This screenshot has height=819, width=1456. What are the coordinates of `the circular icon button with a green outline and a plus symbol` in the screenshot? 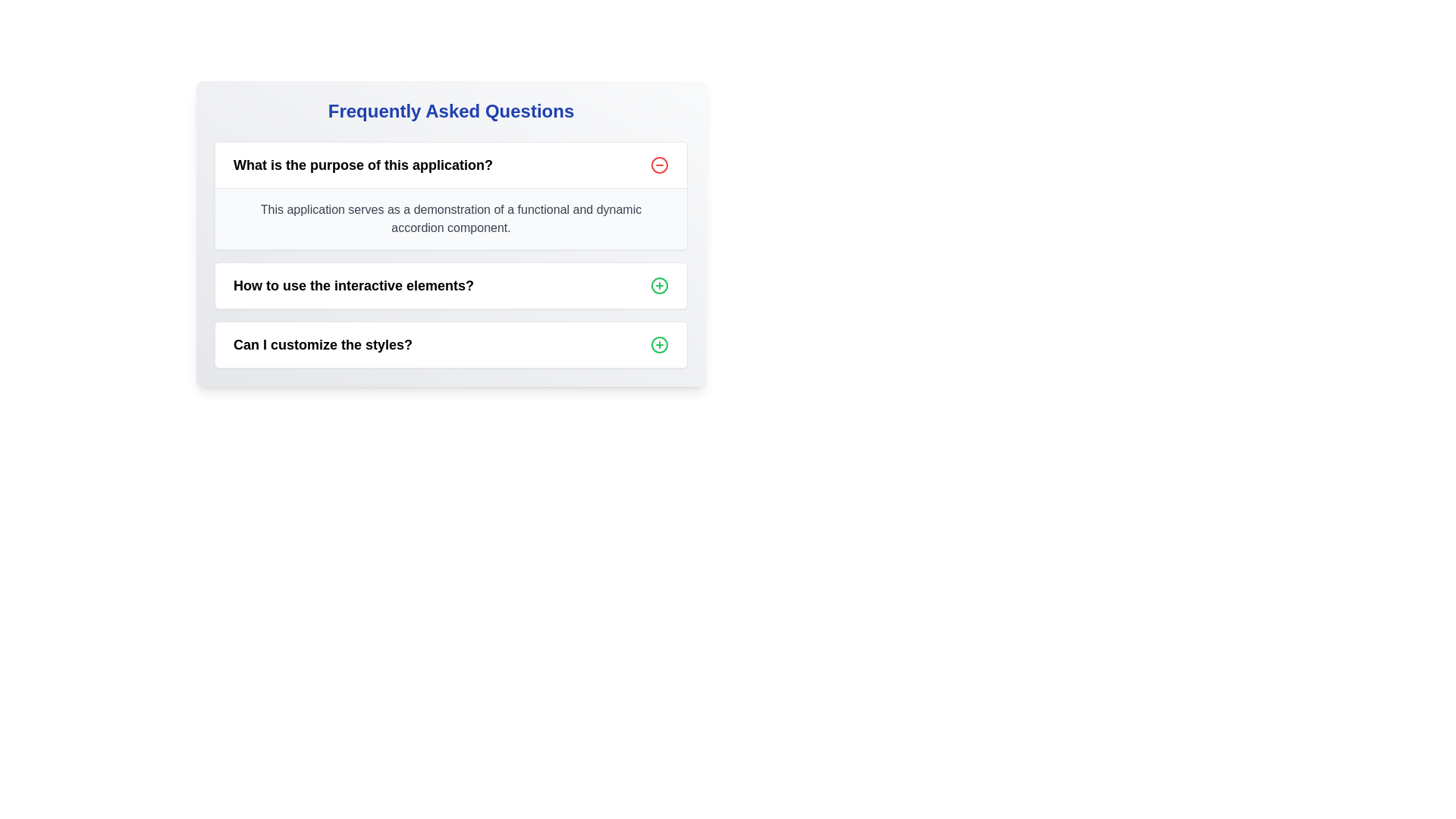 It's located at (659, 286).